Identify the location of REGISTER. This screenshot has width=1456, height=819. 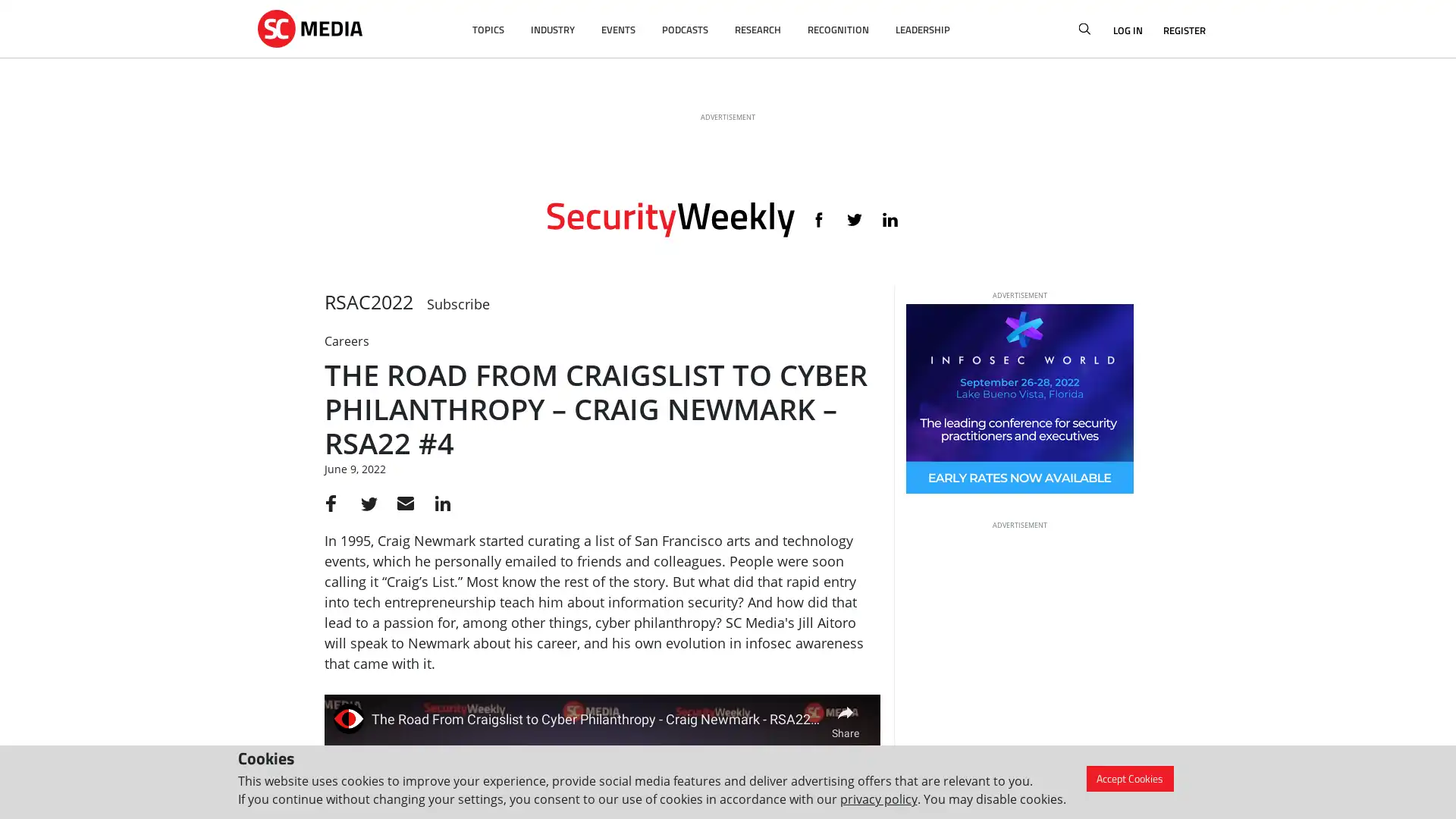
(1178, 30).